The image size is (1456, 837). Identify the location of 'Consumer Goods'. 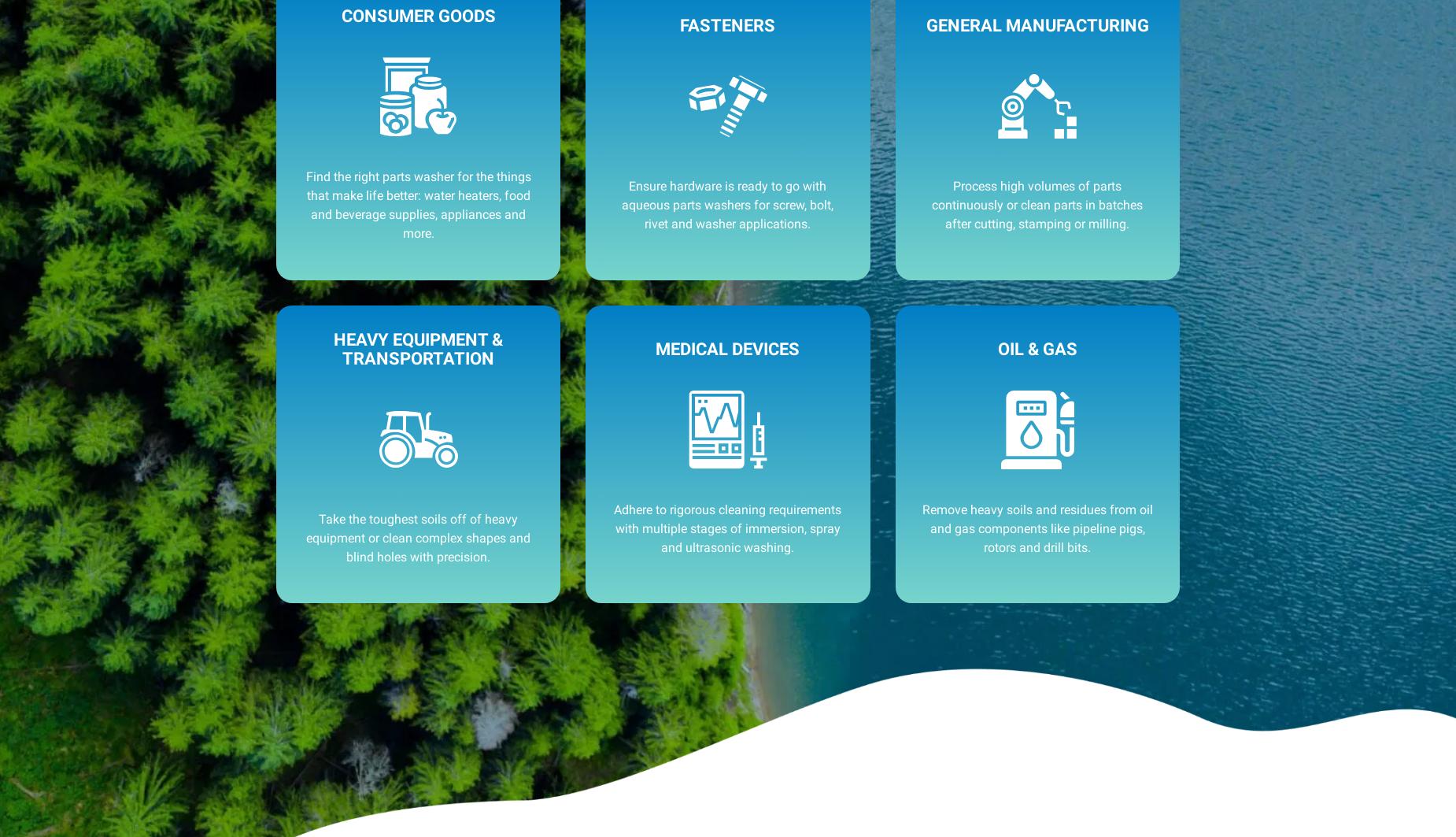
(417, 16).